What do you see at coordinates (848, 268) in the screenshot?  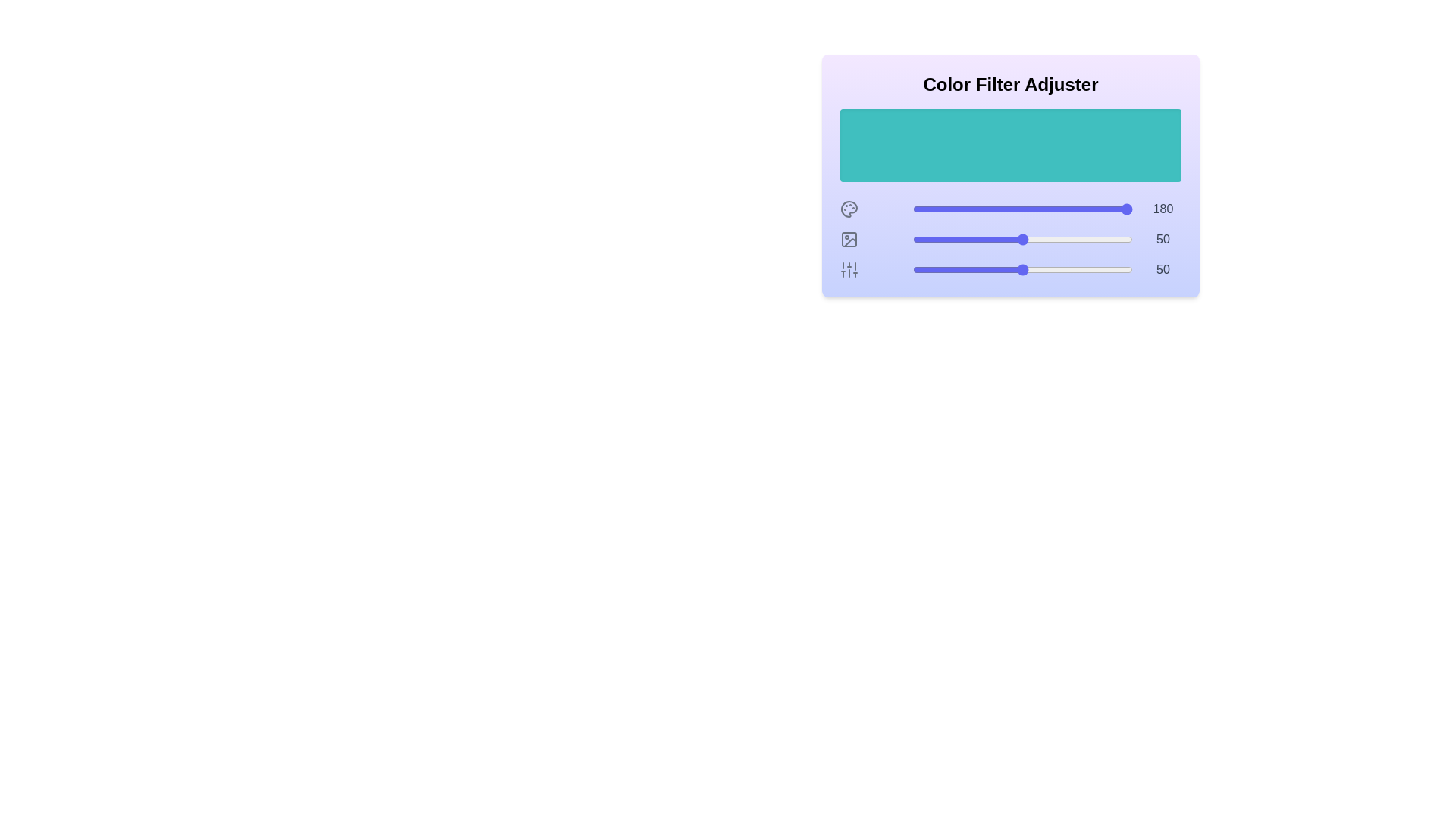 I see `the icon associated with the slider for Lightness adjustment` at bounding box center [848, 268].